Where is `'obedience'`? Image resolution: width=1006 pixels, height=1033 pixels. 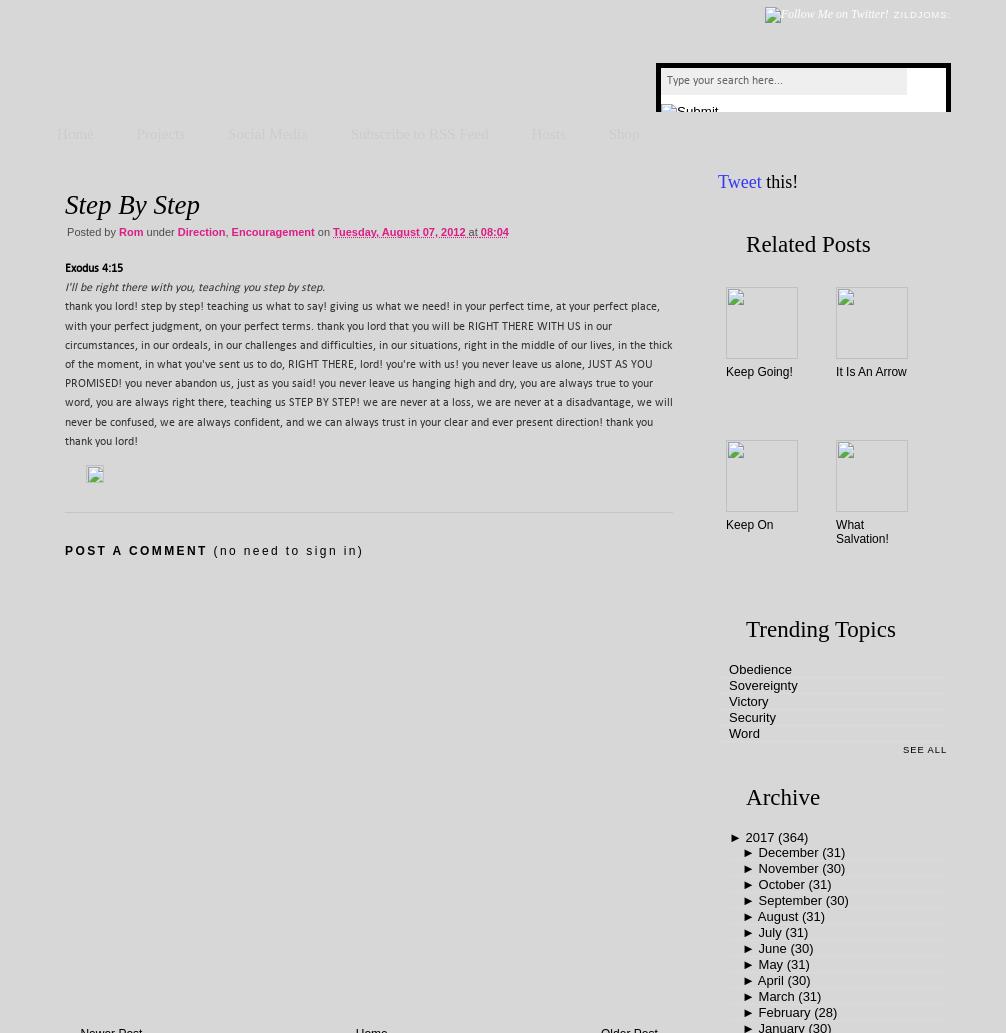
'obedience' is located at coordinates (759, 668).